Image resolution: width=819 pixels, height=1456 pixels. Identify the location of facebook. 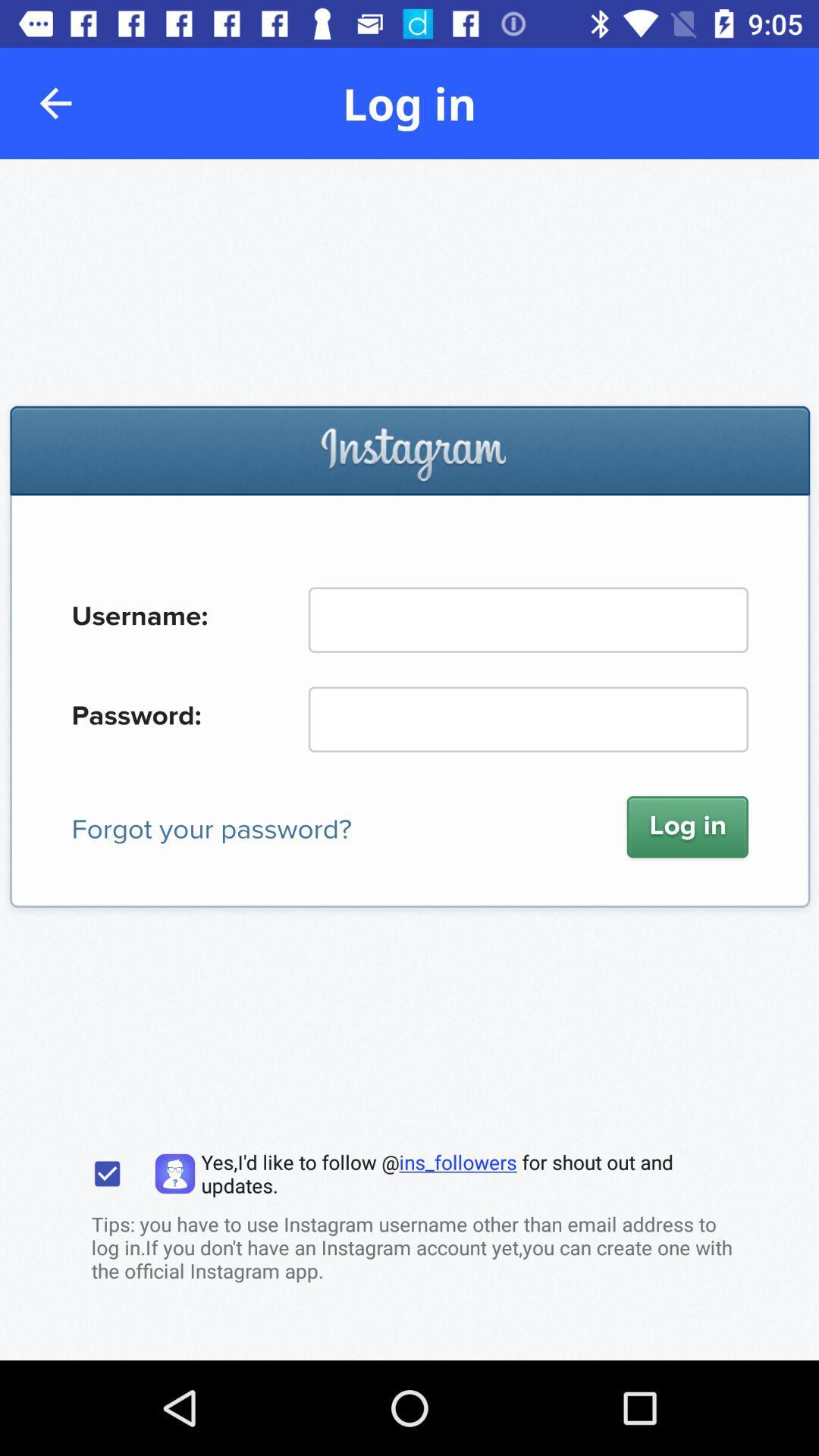
(409, 760).